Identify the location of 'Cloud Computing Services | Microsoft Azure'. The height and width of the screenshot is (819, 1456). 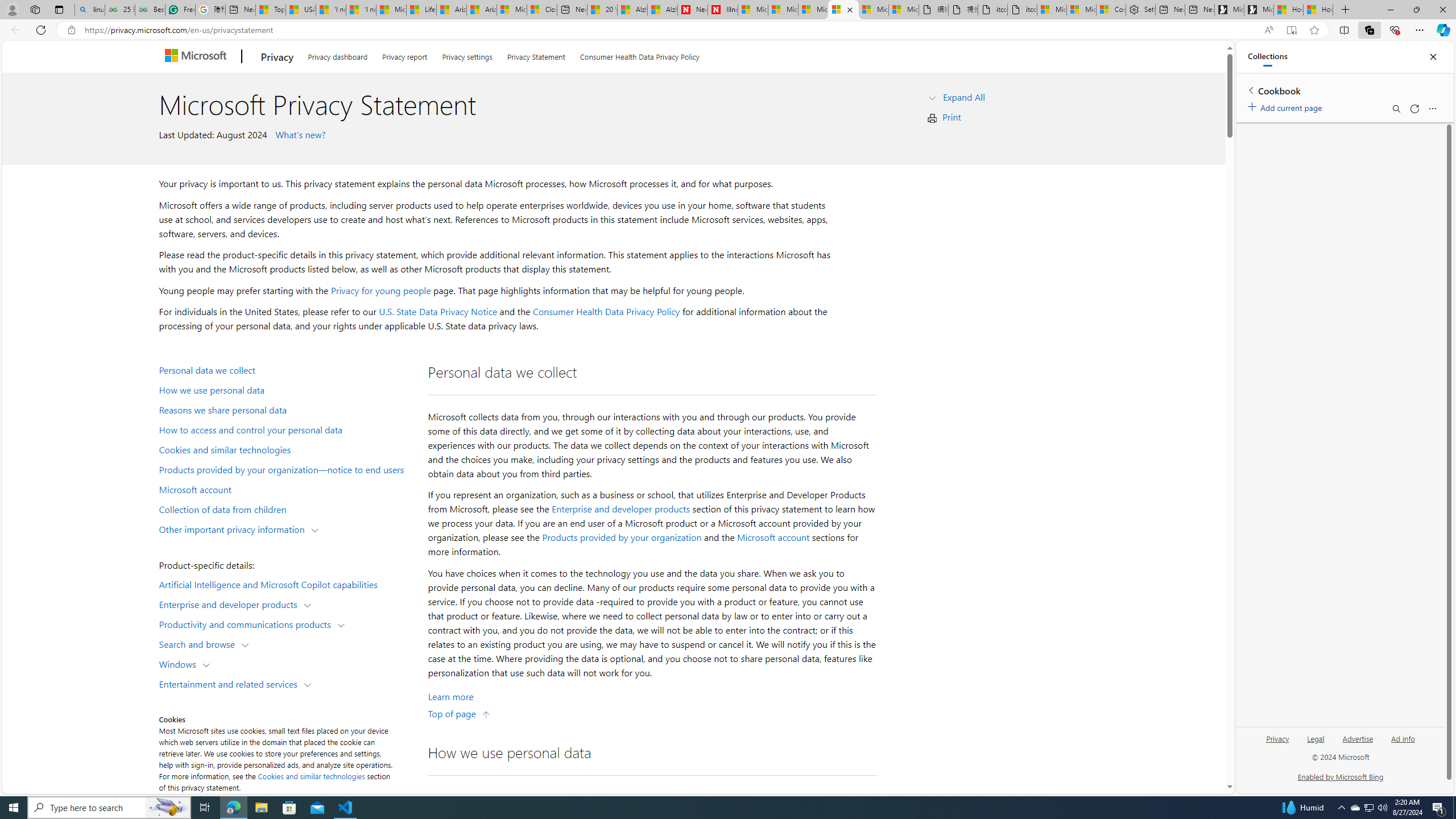
(542, 9).